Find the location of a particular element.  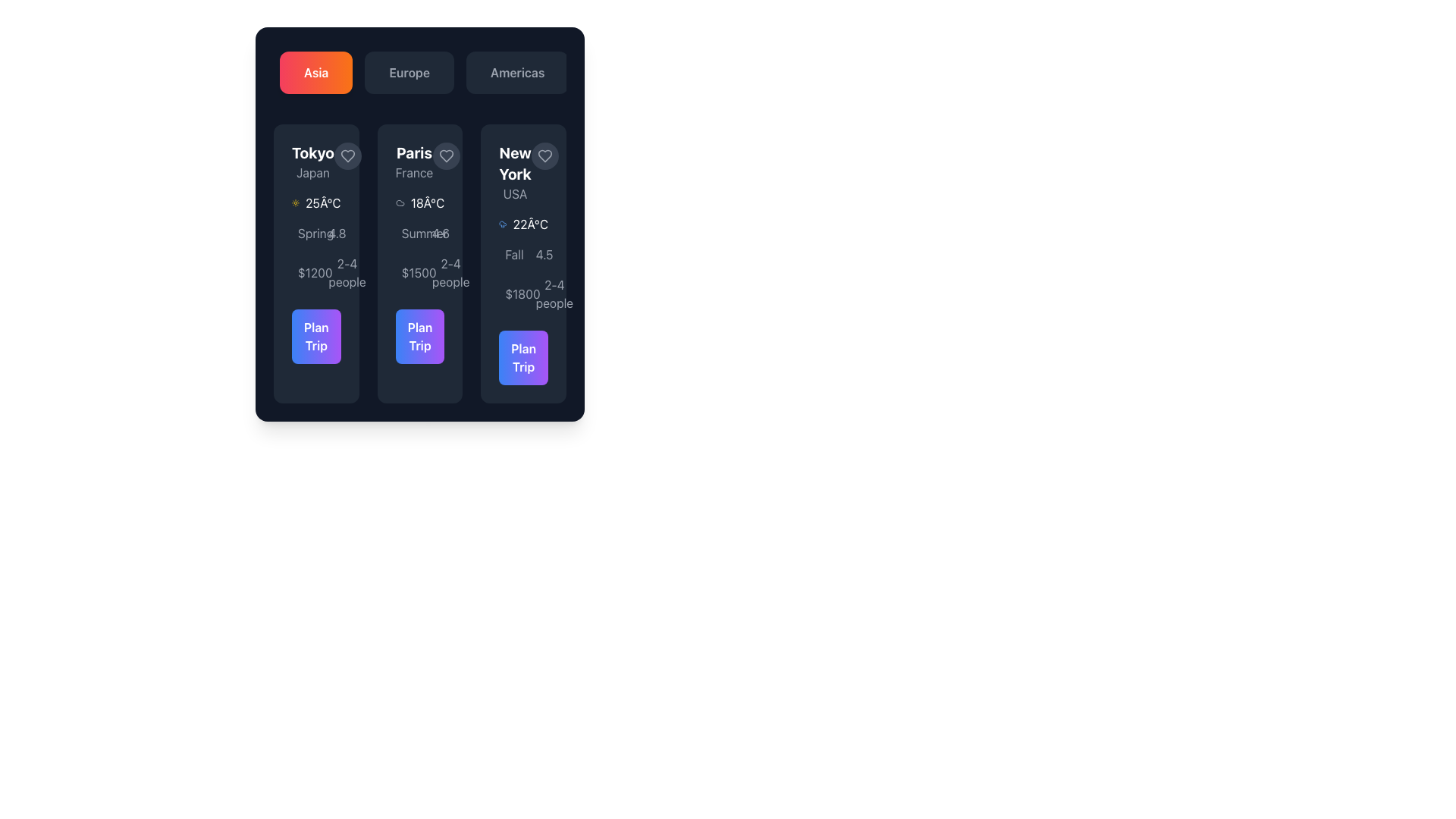

the temperature display '18°C' next to the cloud icon within the 'Paris, France' card, located towards the center of the card is located at coordinates (419, 202).